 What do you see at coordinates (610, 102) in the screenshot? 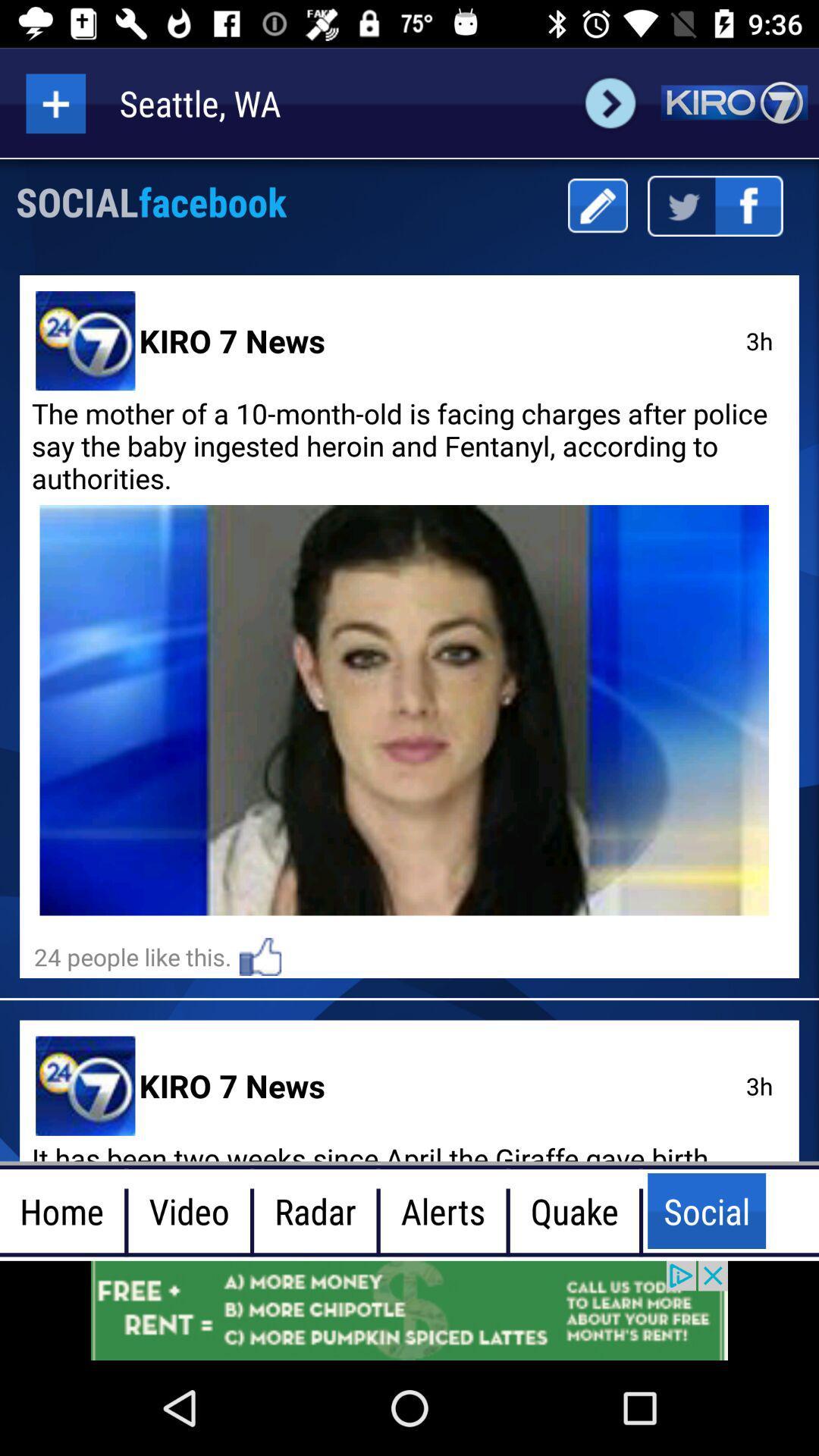
I see `next` at bounding box center [610, 102].